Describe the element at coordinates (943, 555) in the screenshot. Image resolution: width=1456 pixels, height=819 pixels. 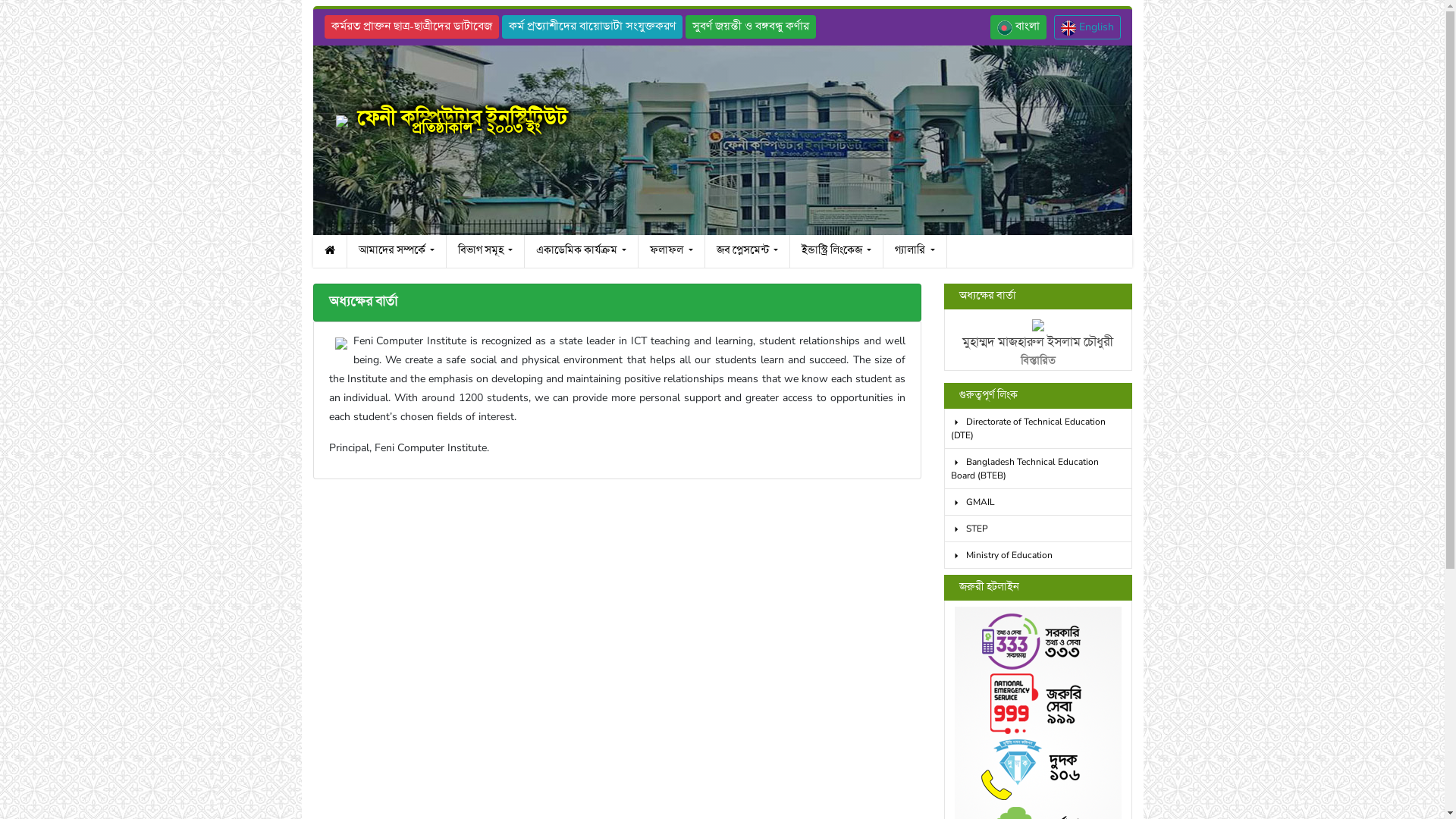
I see `'  Ministry of Education'` at that location.